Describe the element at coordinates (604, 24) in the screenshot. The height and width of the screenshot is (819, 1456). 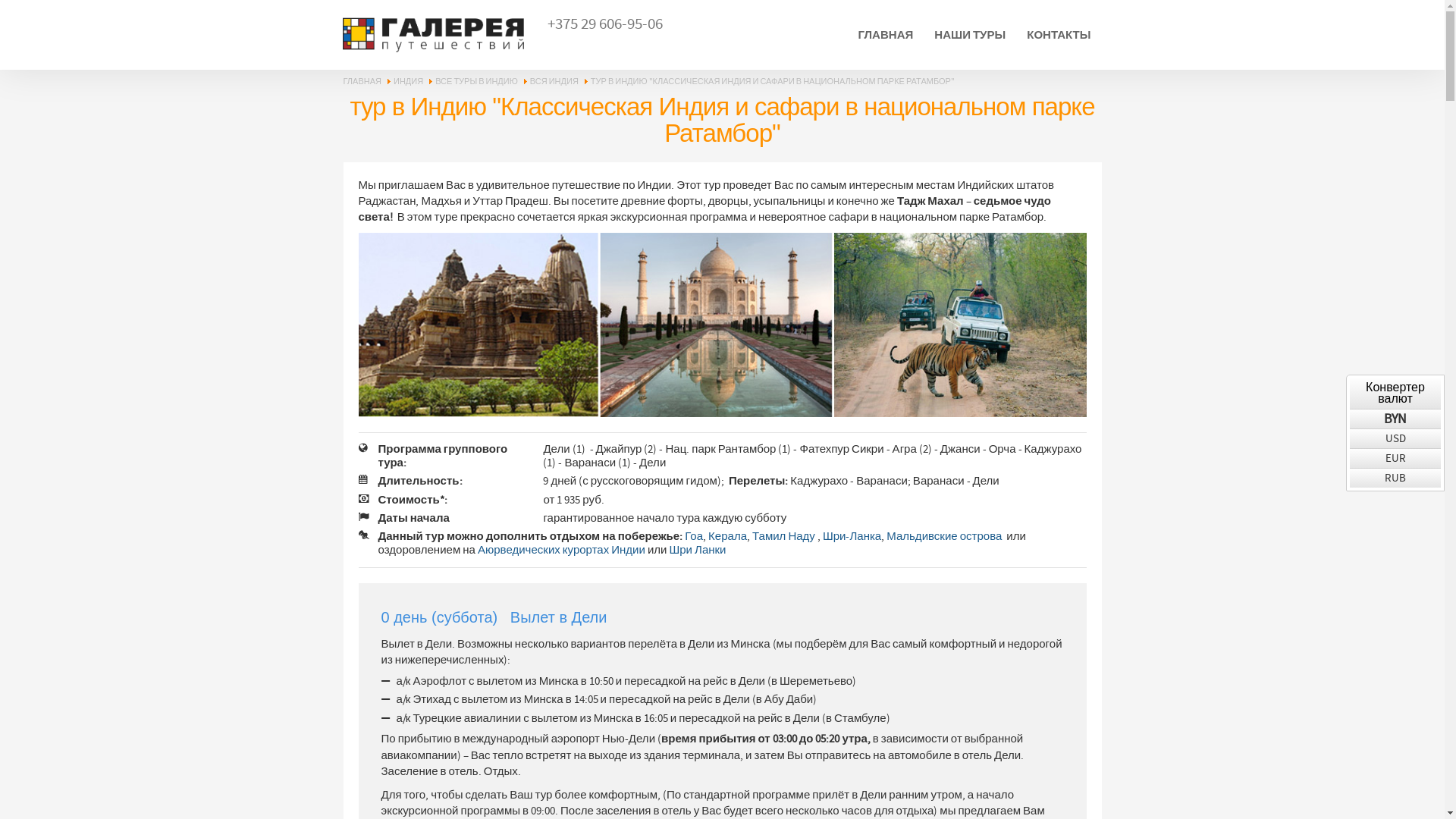
I see `'+375 29 606-95-06'` at that location.